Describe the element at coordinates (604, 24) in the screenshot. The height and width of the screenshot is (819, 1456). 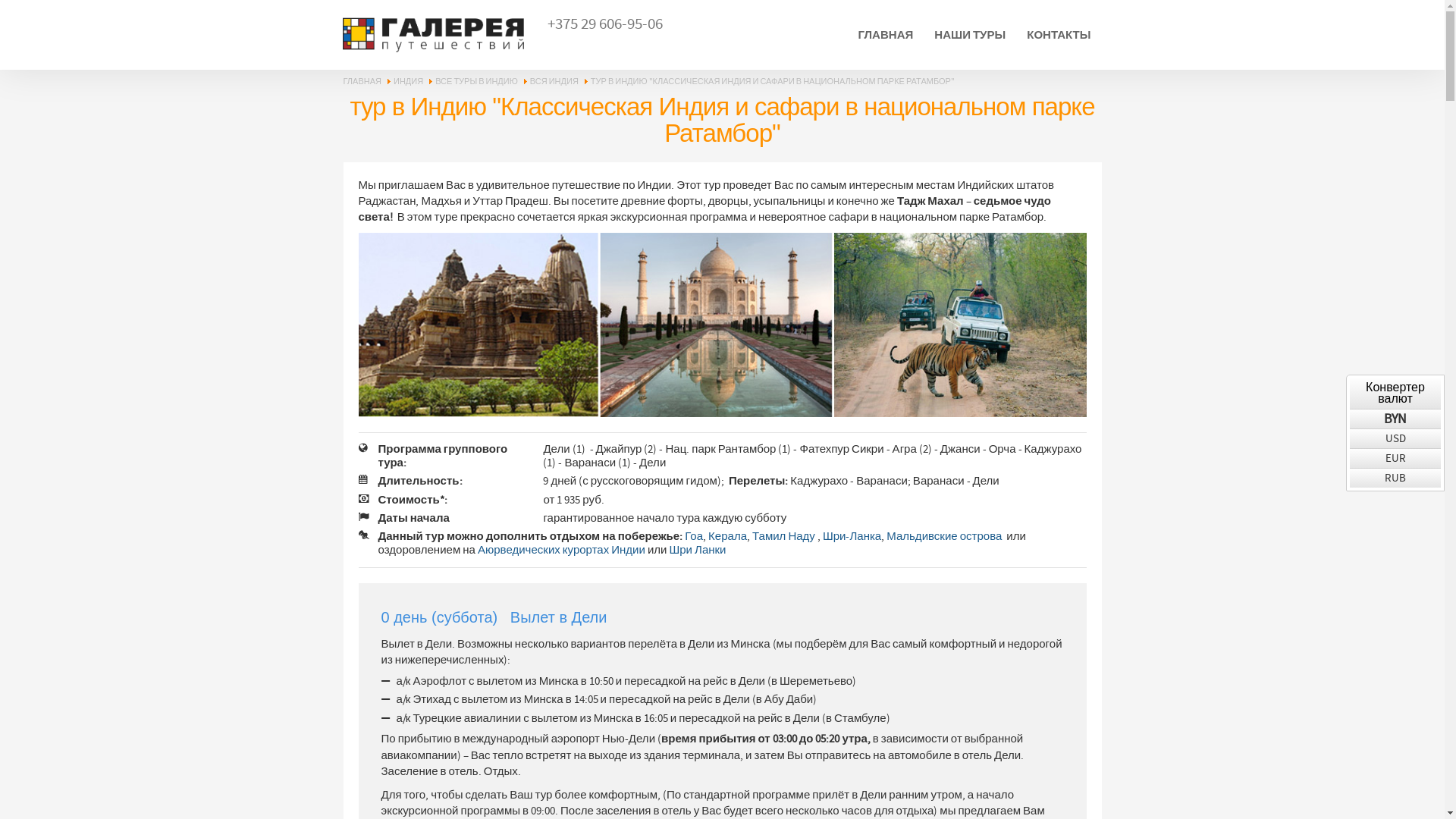
I see `'+375 29 606-95-06'` at that location.